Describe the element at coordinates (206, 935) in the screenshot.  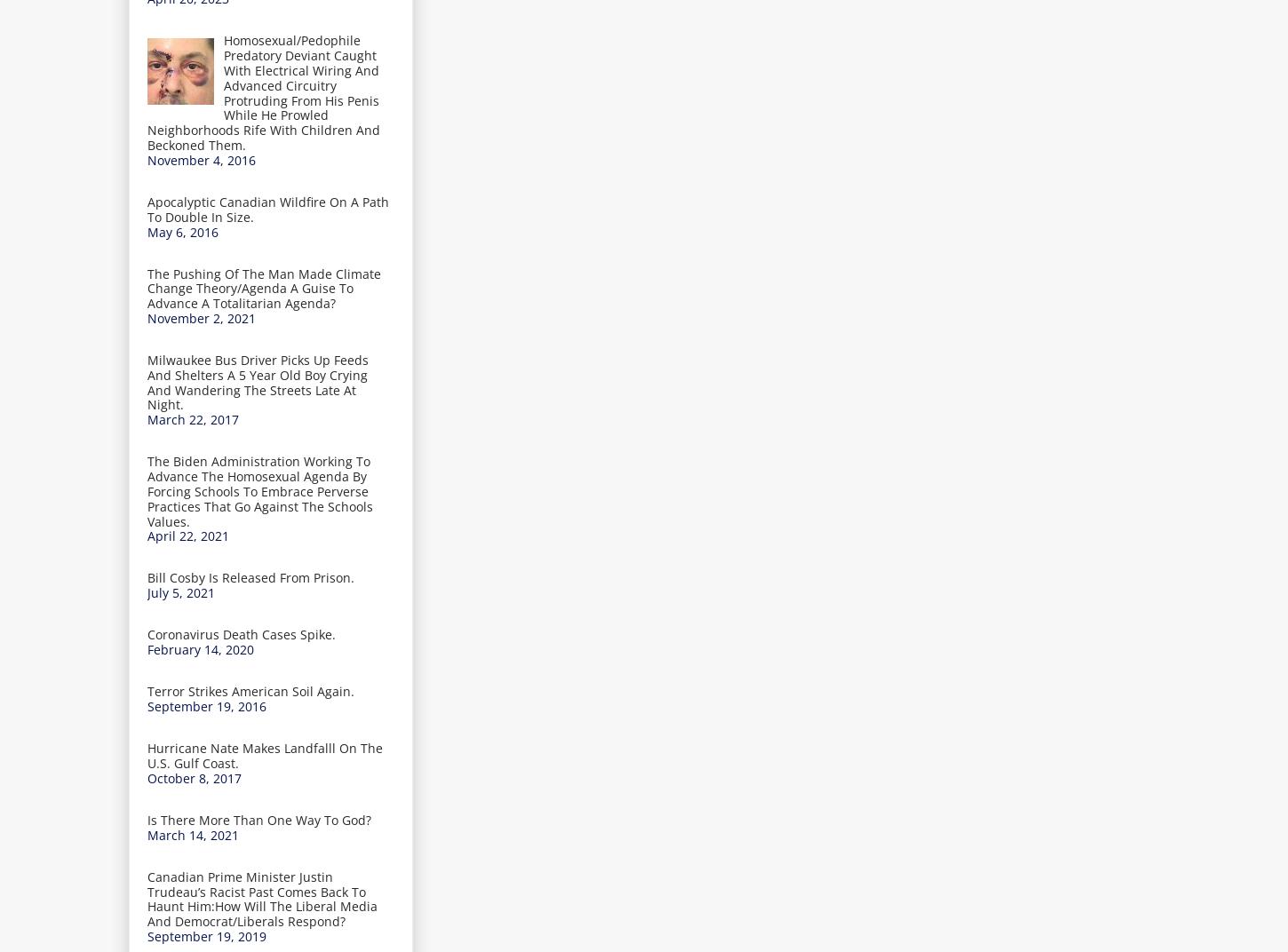
I see `'September 19, 2019'` at that location.